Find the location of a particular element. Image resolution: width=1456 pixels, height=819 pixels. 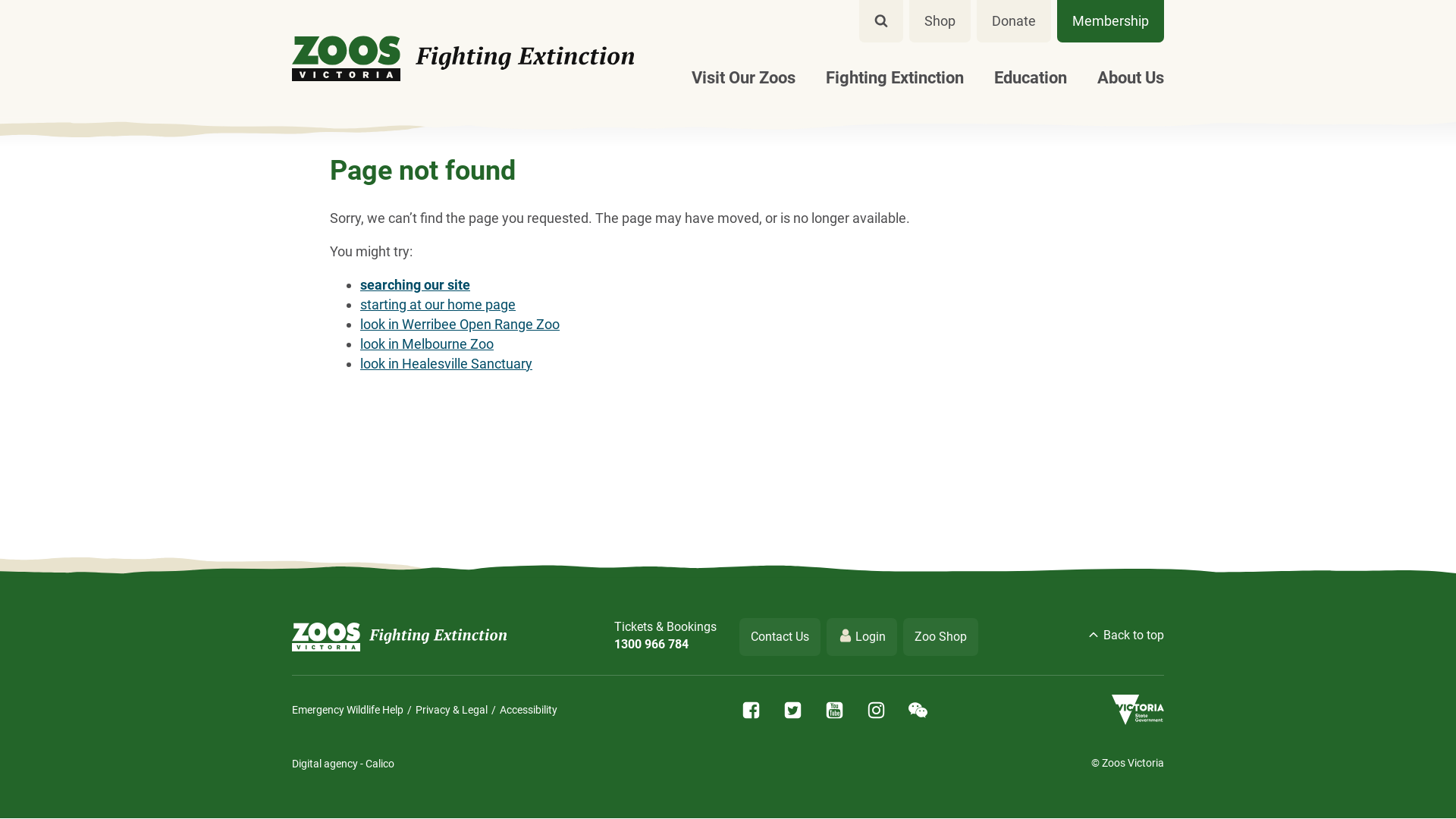

'Fighting Extinction' is located at coordinates (895, 78).